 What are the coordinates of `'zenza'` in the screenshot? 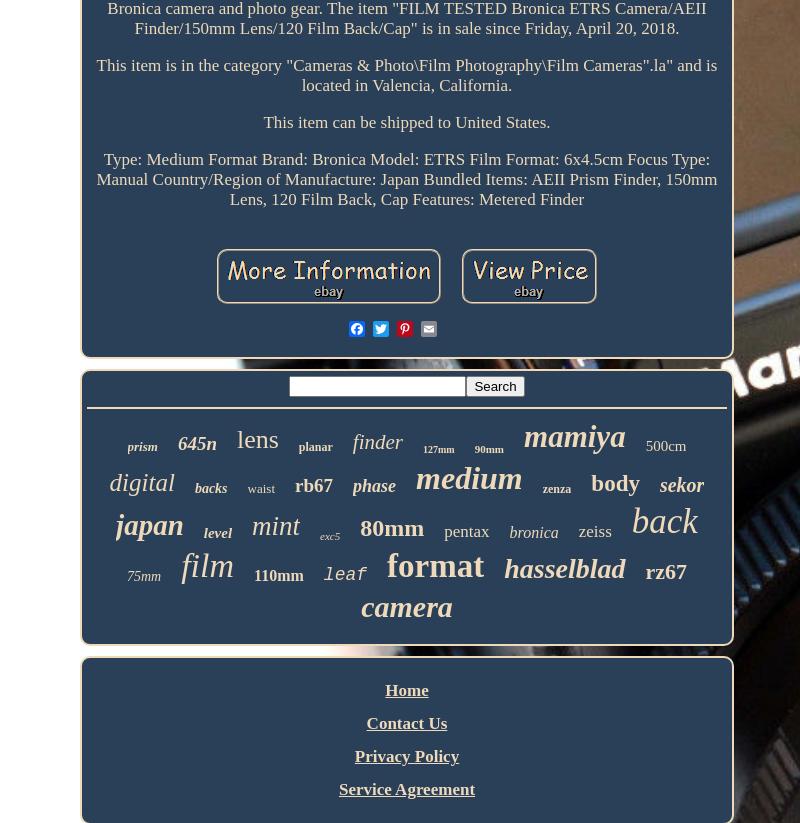 It's located at (556, 489).